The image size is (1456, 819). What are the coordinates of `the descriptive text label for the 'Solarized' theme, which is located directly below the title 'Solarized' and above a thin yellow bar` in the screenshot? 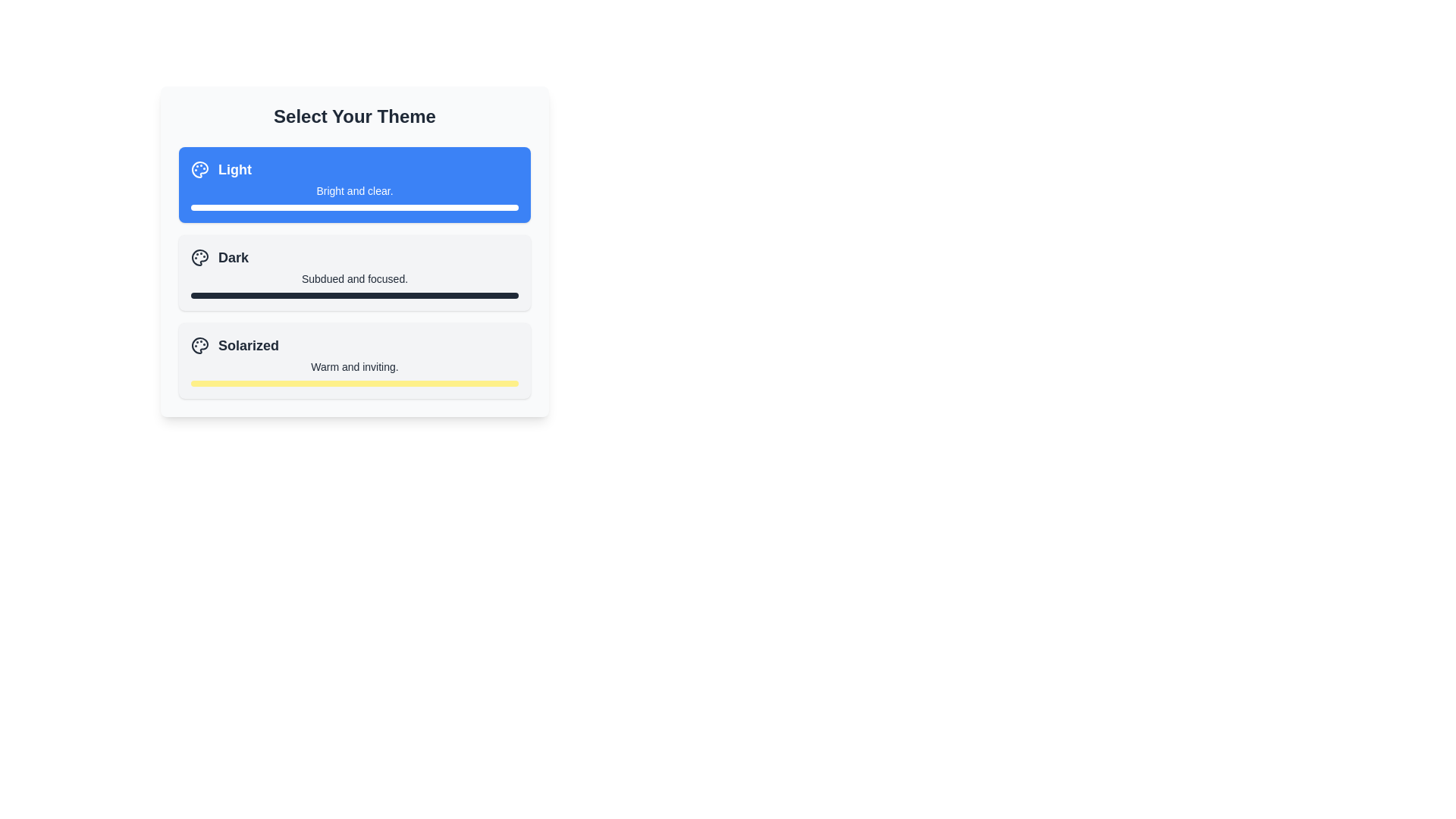 It's located at (353, 366).